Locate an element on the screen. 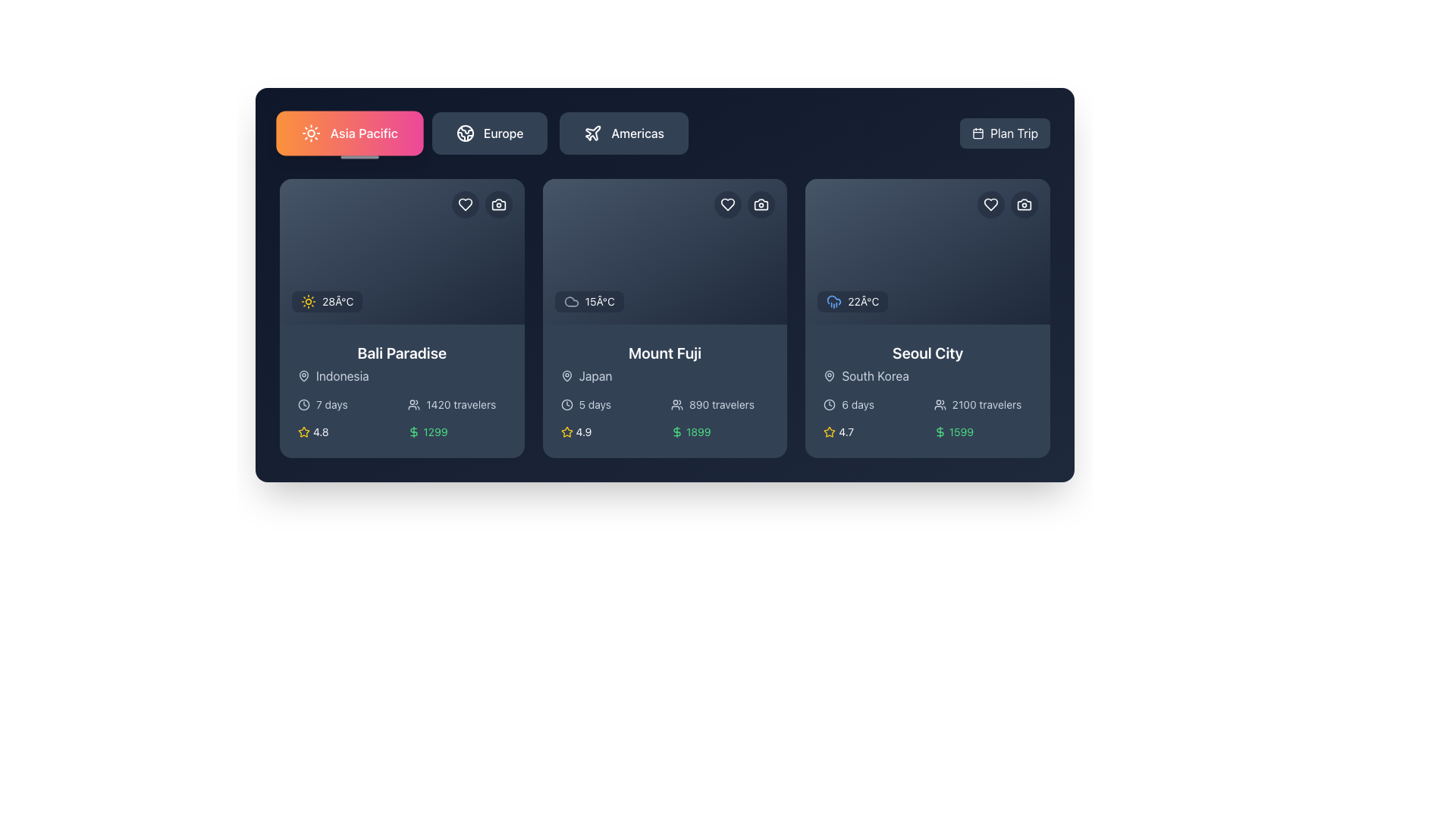 This screenshot has height=819, width=1456. the Indicator bar element, which is a small horizontal bar with a subtle white color and semi-transparency, located directly below the 'Asia Pacific' button is located at coordinates (359, 157).